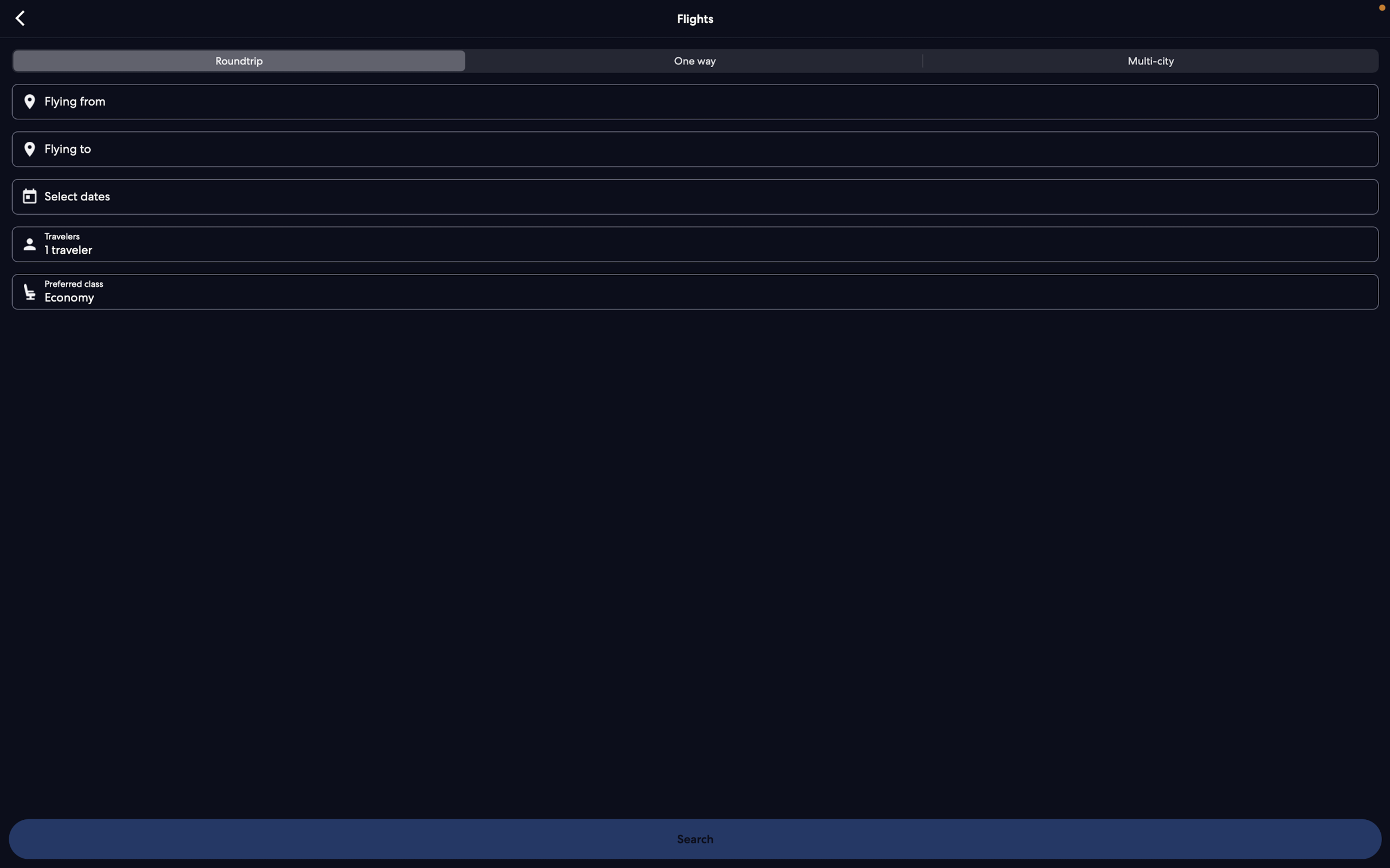  I want to click on the roundtrip flight tab, so click(240, 61).